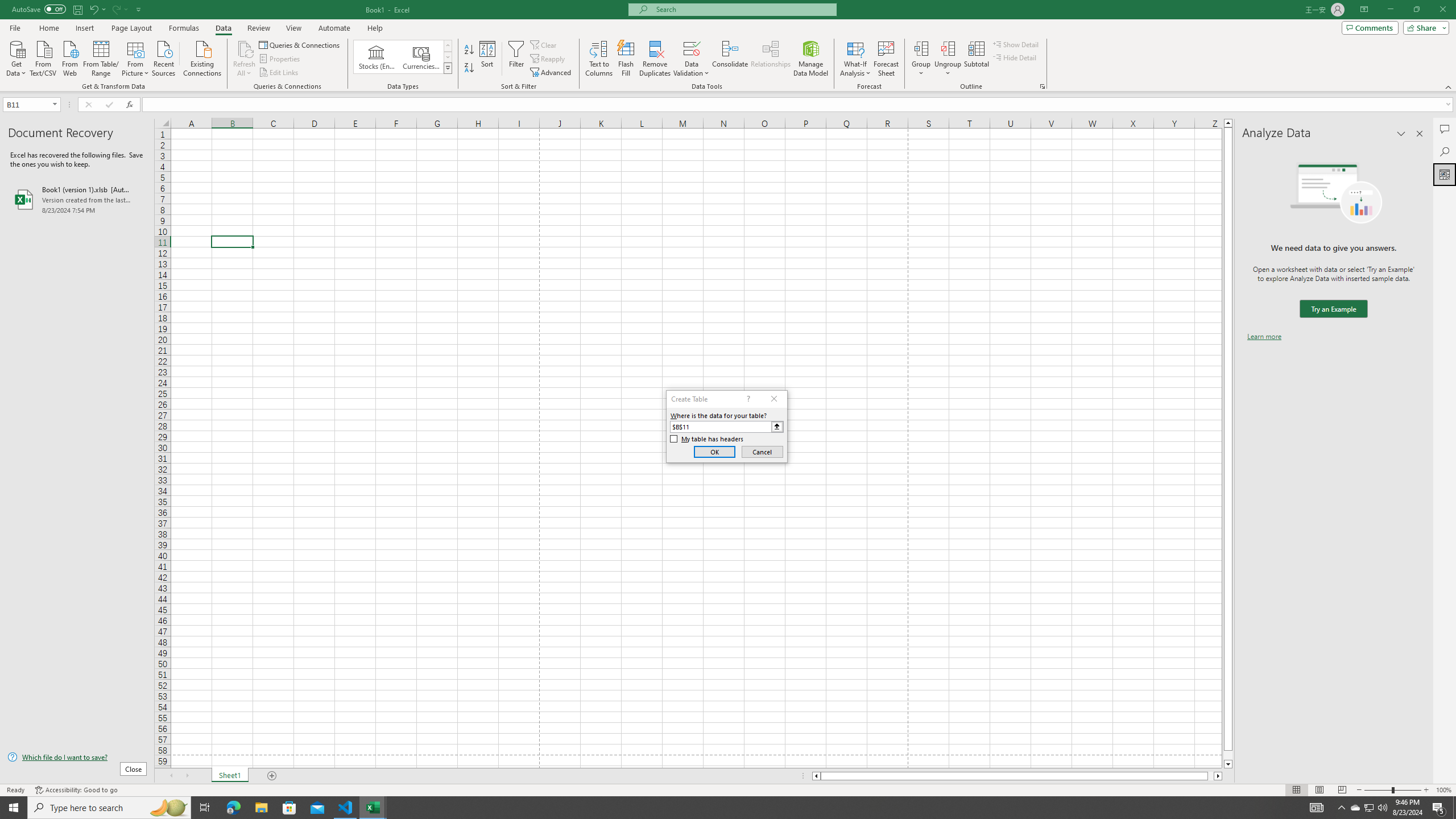 The image size is (1456, 819). Describe the element at coordinates (730, 59) in the screenshot. I see `'Consolidate...'` at that location.